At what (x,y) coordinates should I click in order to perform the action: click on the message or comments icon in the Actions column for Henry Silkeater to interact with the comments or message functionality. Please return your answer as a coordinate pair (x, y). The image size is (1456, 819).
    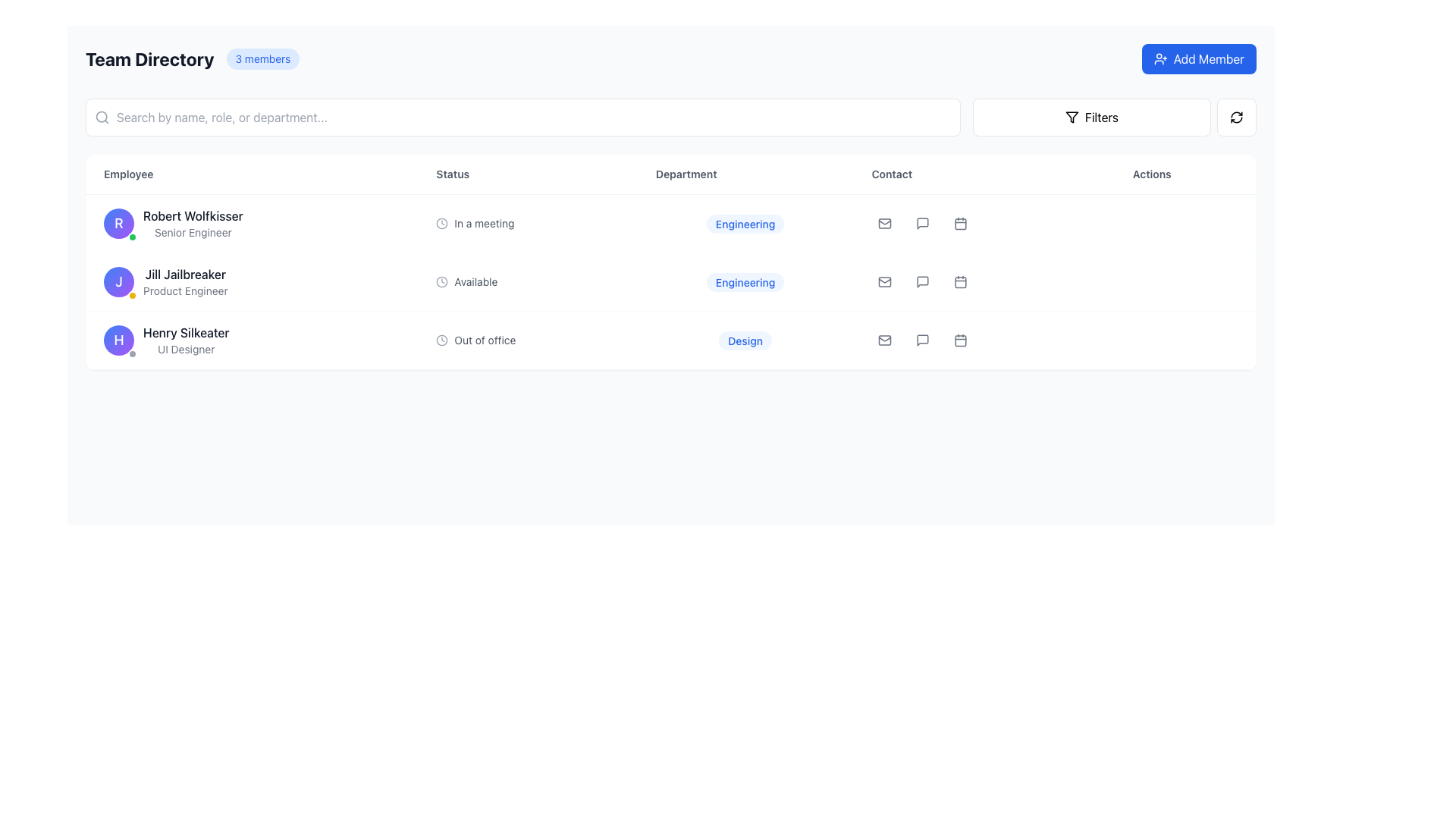
    Looking at the image, I should click on (921, 339).